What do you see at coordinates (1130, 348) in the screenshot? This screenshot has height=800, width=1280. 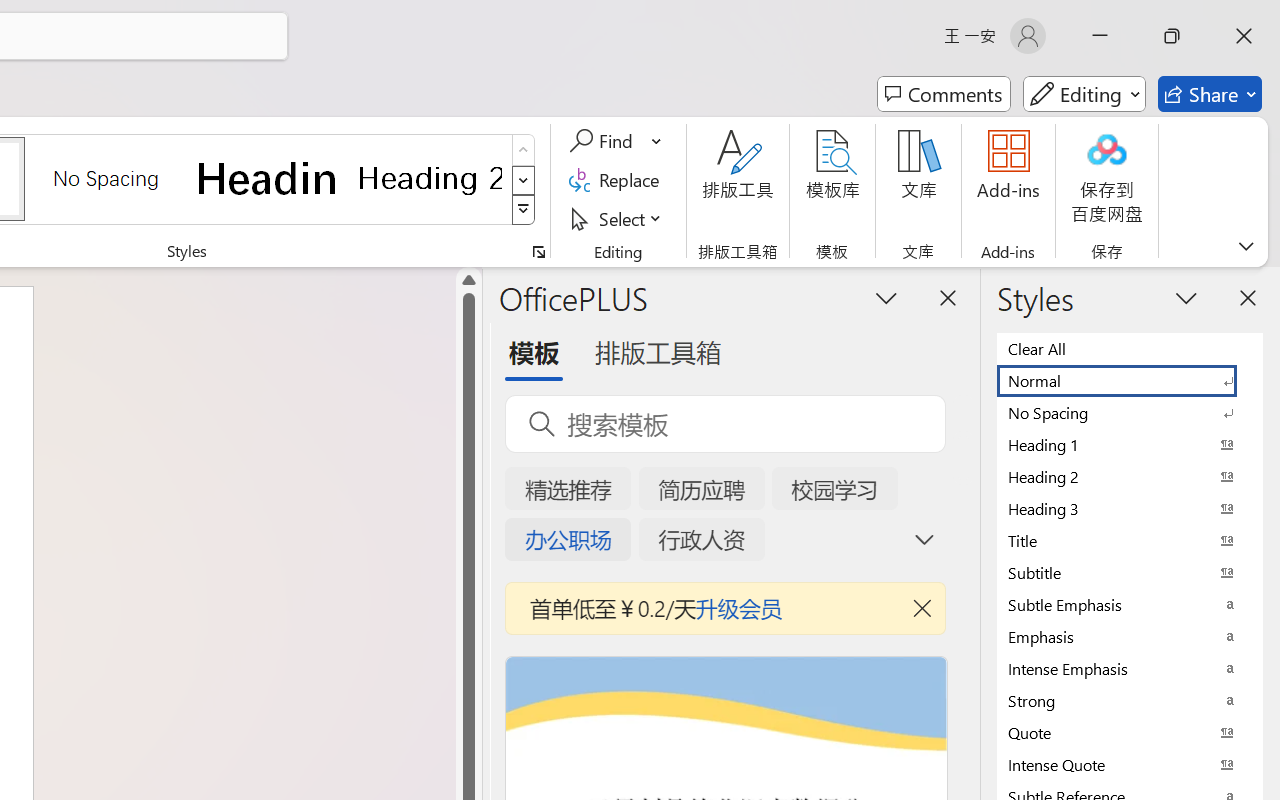 I see `'Clear All'` at bounding box center [1130, 348].